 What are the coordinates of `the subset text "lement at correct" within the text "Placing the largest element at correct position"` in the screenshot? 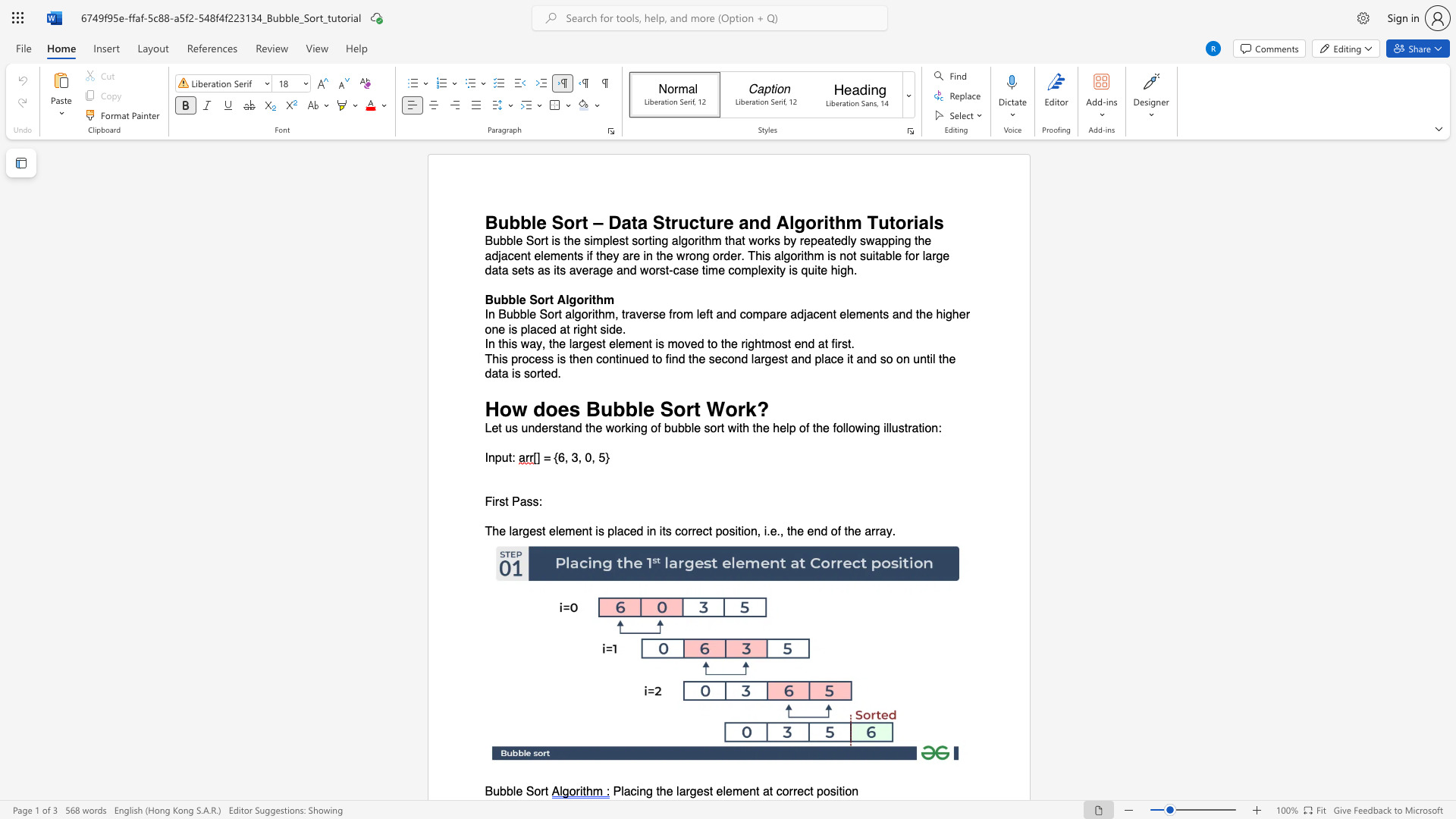 It's located at (722, 791).